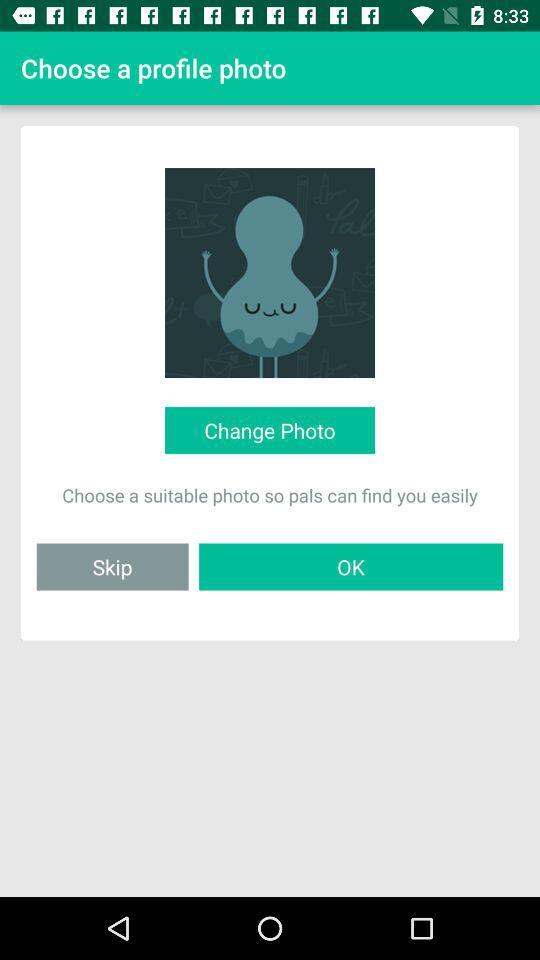  I want to click on the icon on the left, so click(112, 566).